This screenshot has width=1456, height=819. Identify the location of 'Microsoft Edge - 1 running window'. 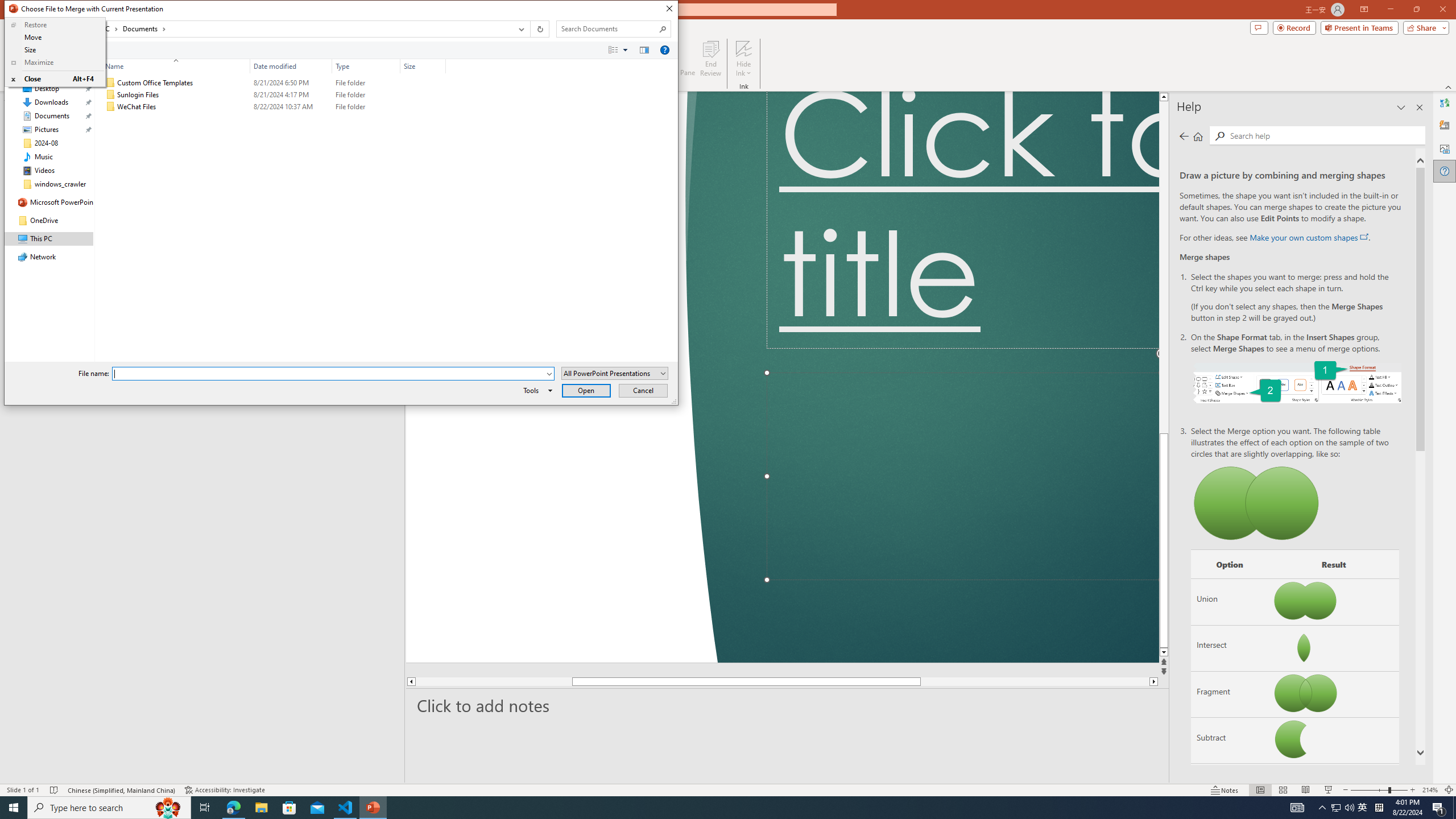
(233, 806).